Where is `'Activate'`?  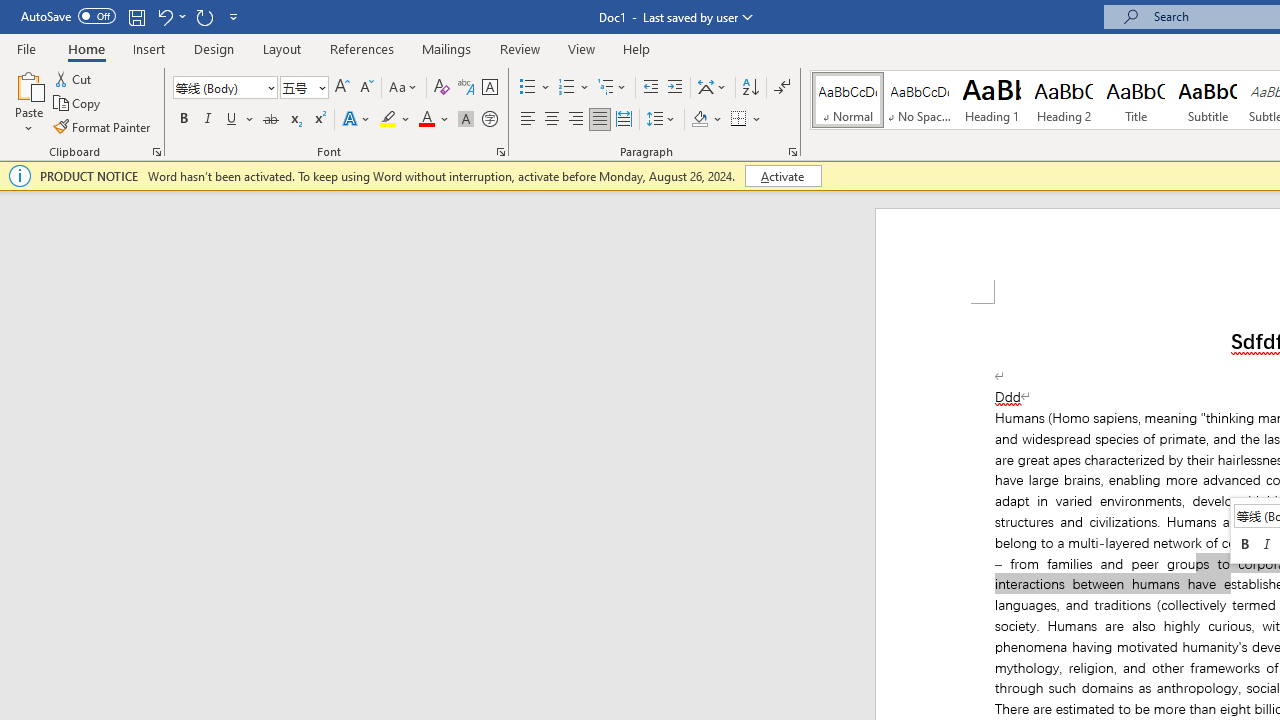 'Activate' is located at coordinates (782, 175).